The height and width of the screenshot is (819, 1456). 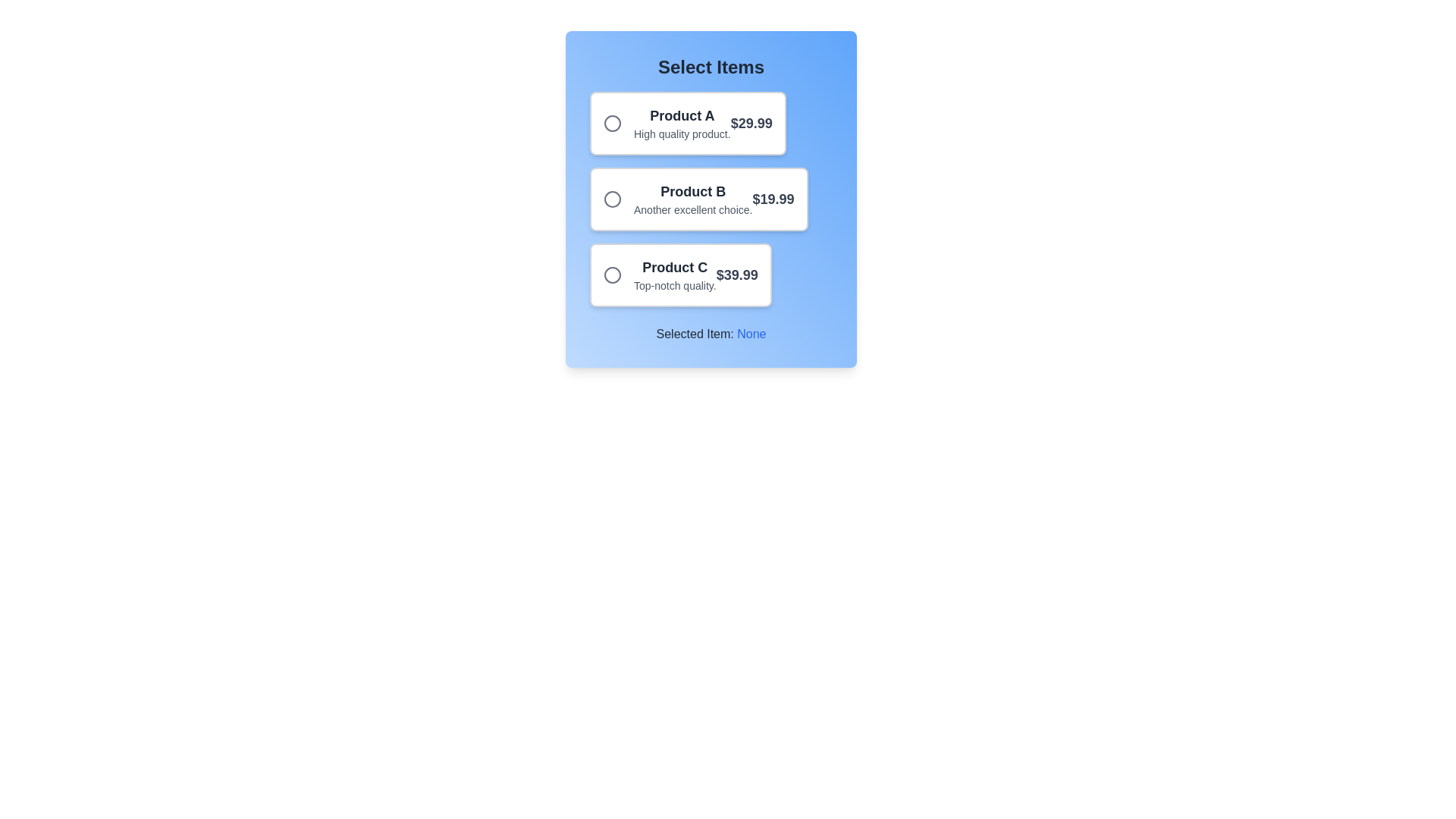 What do you see at coordinates (692, 198) in the screenshot?
I see `the static text display for 'Product B', which is located in the second card of the product cards stack, positioned below the checkbox and above the price '$19.99'` at bounding box center [692, 198].